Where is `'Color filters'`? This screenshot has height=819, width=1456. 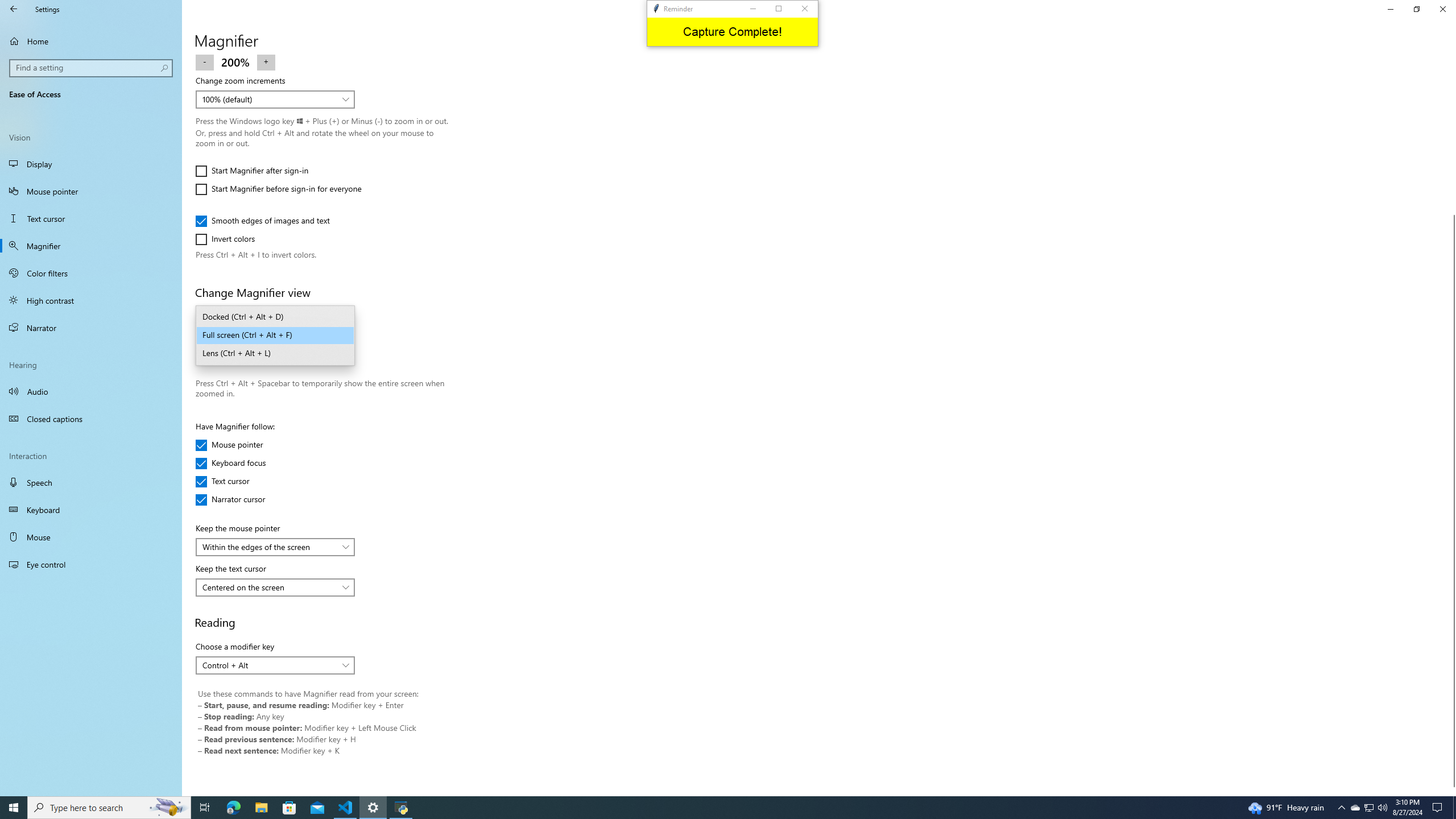 'Color filters' is located at coordinates (90, 272).